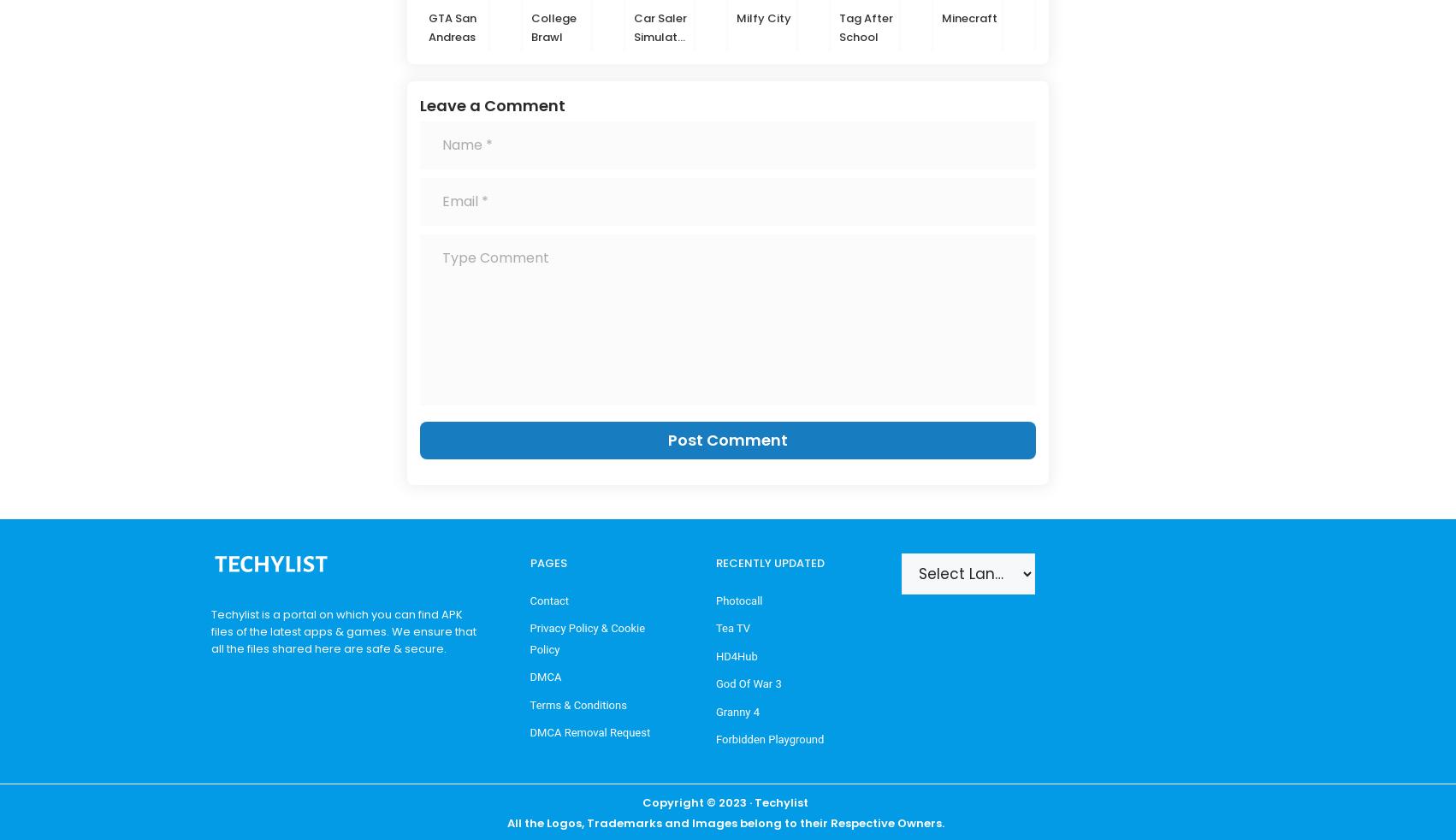  Describe the element at coordinates (769, 738) in the screenshot. I see `'Forbidden Playground'` at that location.